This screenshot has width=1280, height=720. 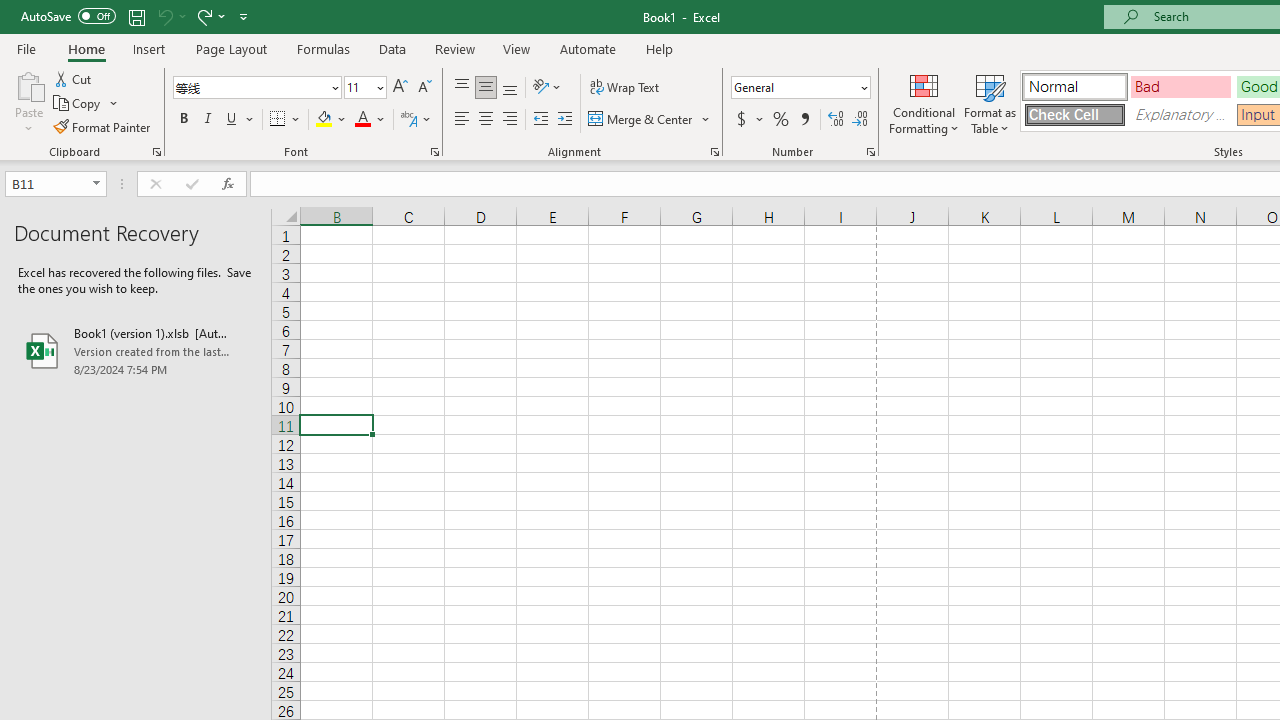 What do you see at coordinates (714, 150) in the screenshot?
I see `'Format Cell Alignment'` at bounding box center [714, 150].